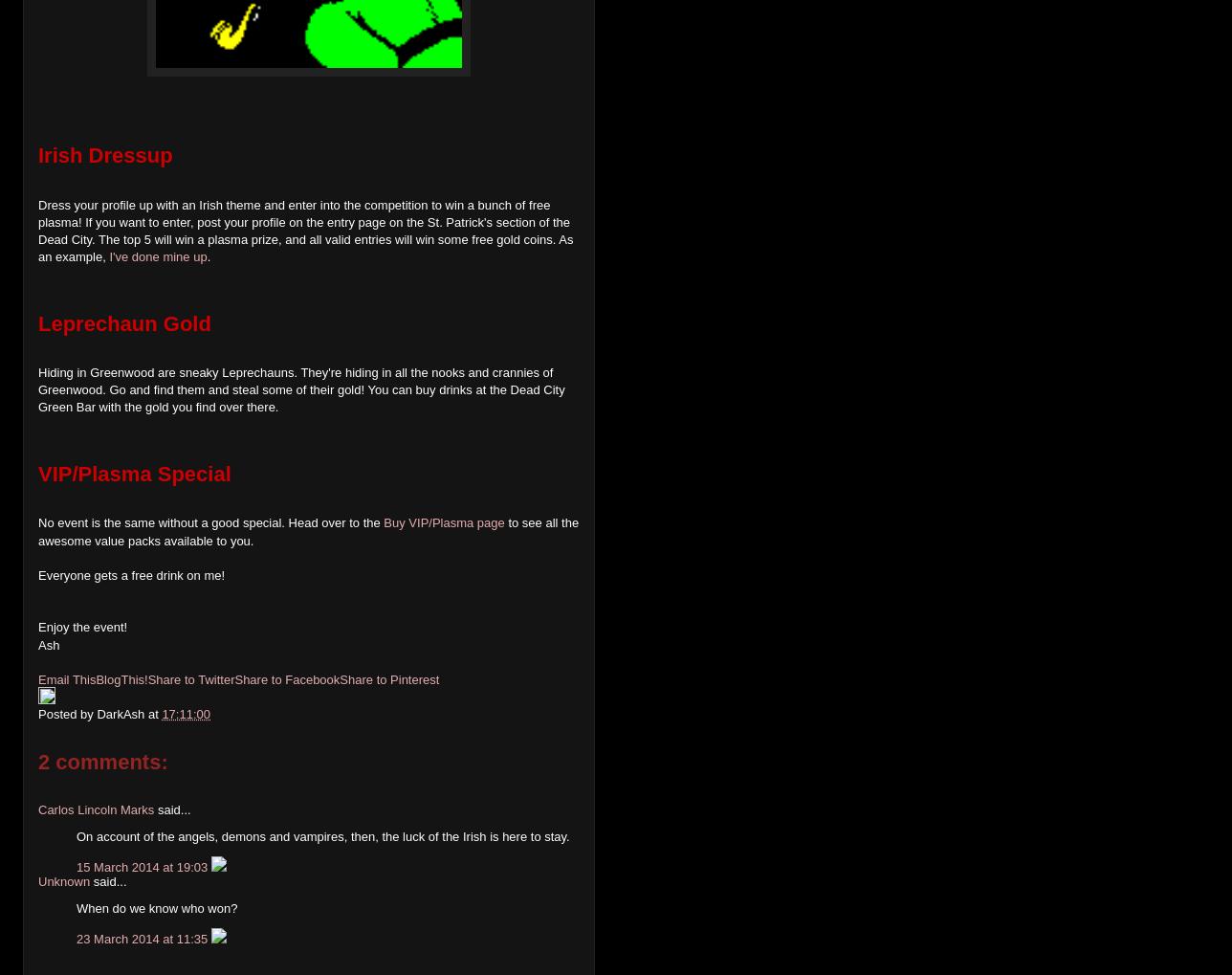 The height and width of the screenshot is (975, 1232). Describe the element at coordinates (66, 679) in the screenshot. I see `'Email This'` at that location.